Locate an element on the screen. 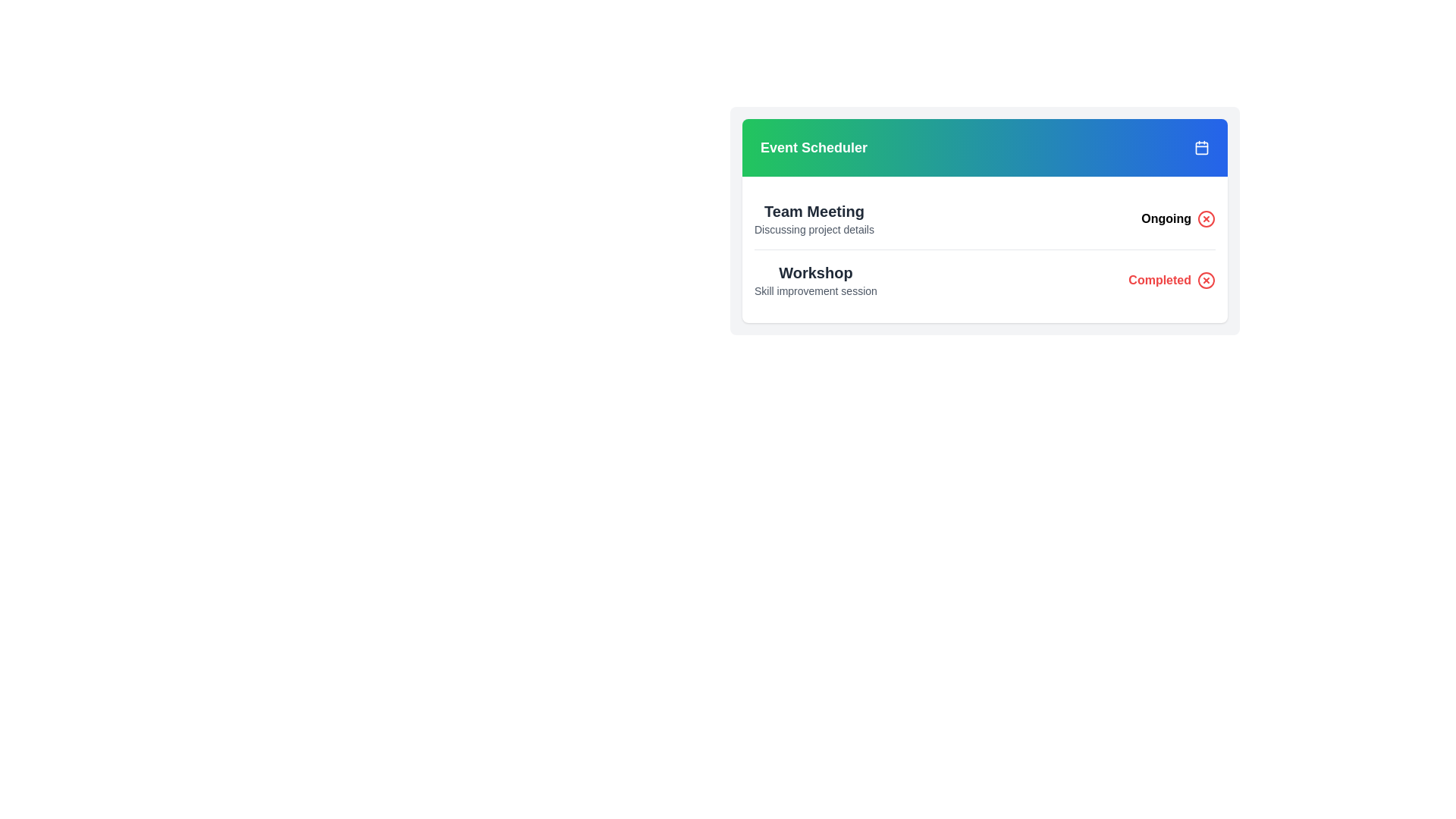 The image size is (1456, 819). the status Textbox or Label indicating ongoing task or event, positioned to the right of the 'Team Meeting' row and before the close-button is located at coordinates (1166, 219).